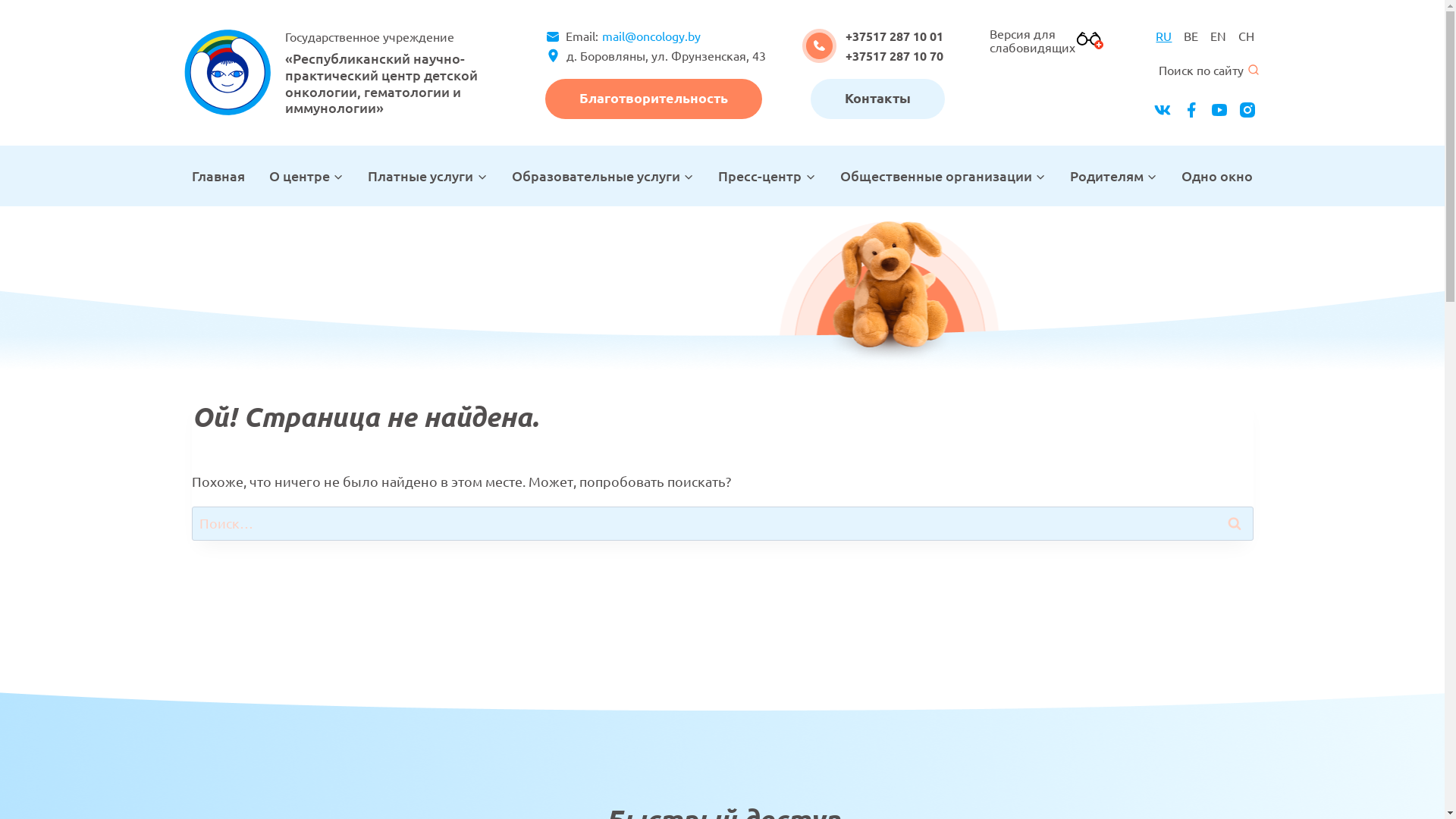 Image resolution: width=1456 pixels, height=819 pixels. What do you see at coordinates (894, 35) in the screenshot?
I see `'+37517 287 10 01'` at bounding box center [894, 35].